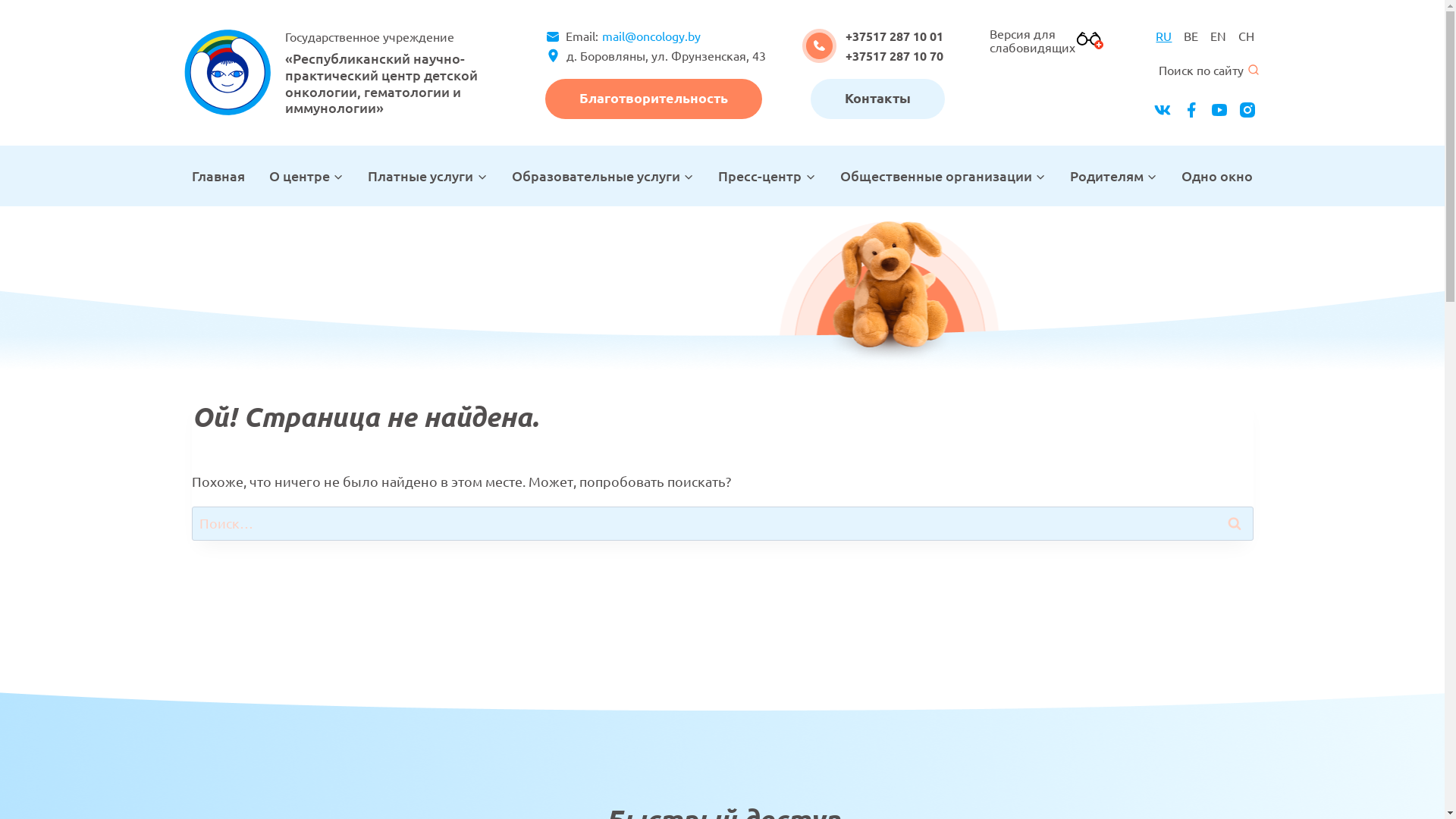 Image resolution: width=1456 pixels, height=819 pixels. What do you see at coordinates (894, 35) in the screenshot?
I see `'+37517 287 10 01'` at bounding box center [894, 35].